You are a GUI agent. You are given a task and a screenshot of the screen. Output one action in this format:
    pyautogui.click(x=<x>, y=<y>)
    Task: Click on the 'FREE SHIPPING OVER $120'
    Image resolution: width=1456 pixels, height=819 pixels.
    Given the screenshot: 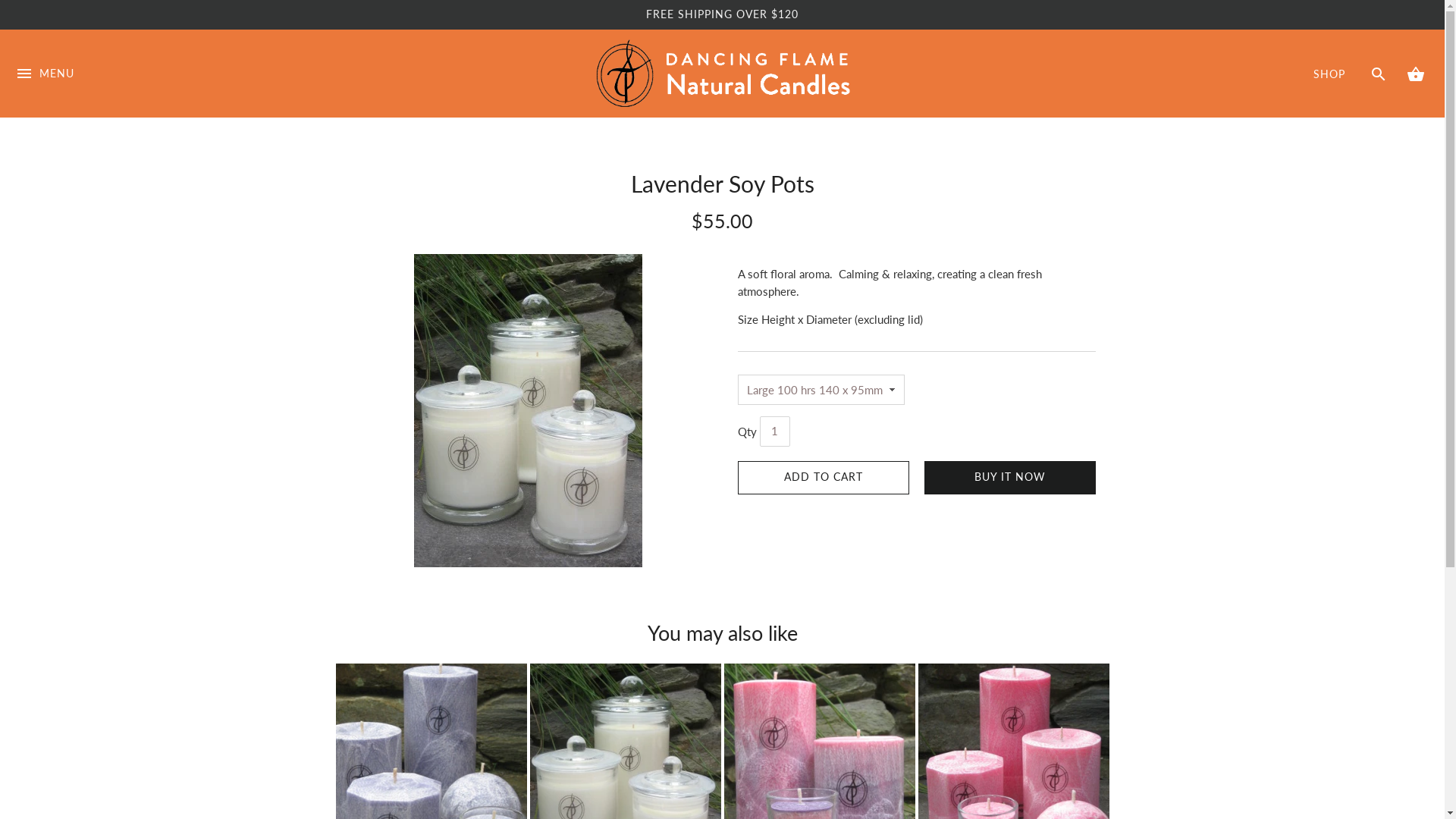 What is the action you would take?
    pyautogui.click(x=721, y=14)
    